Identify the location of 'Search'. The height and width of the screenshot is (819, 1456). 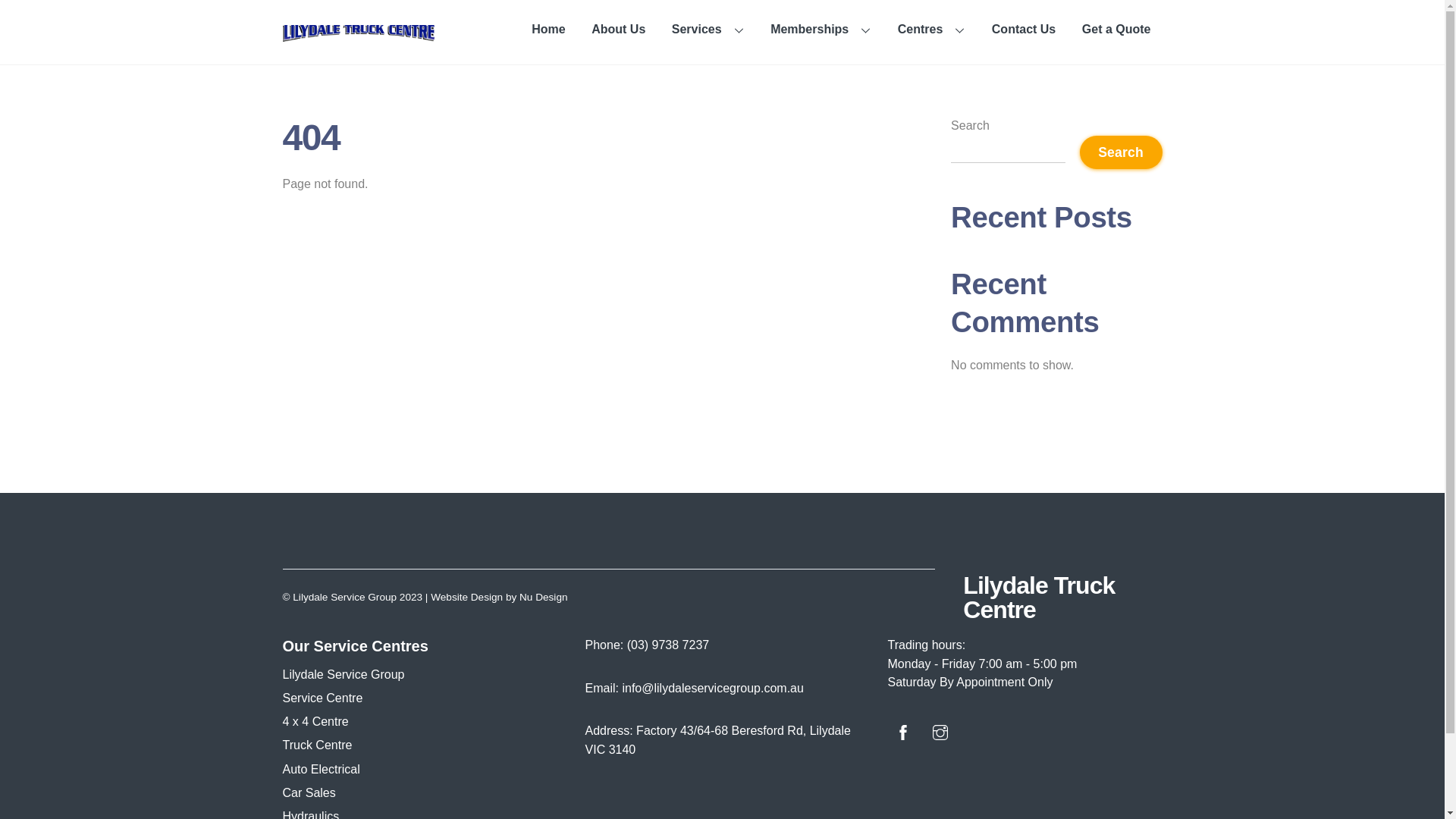
(1121, 152).